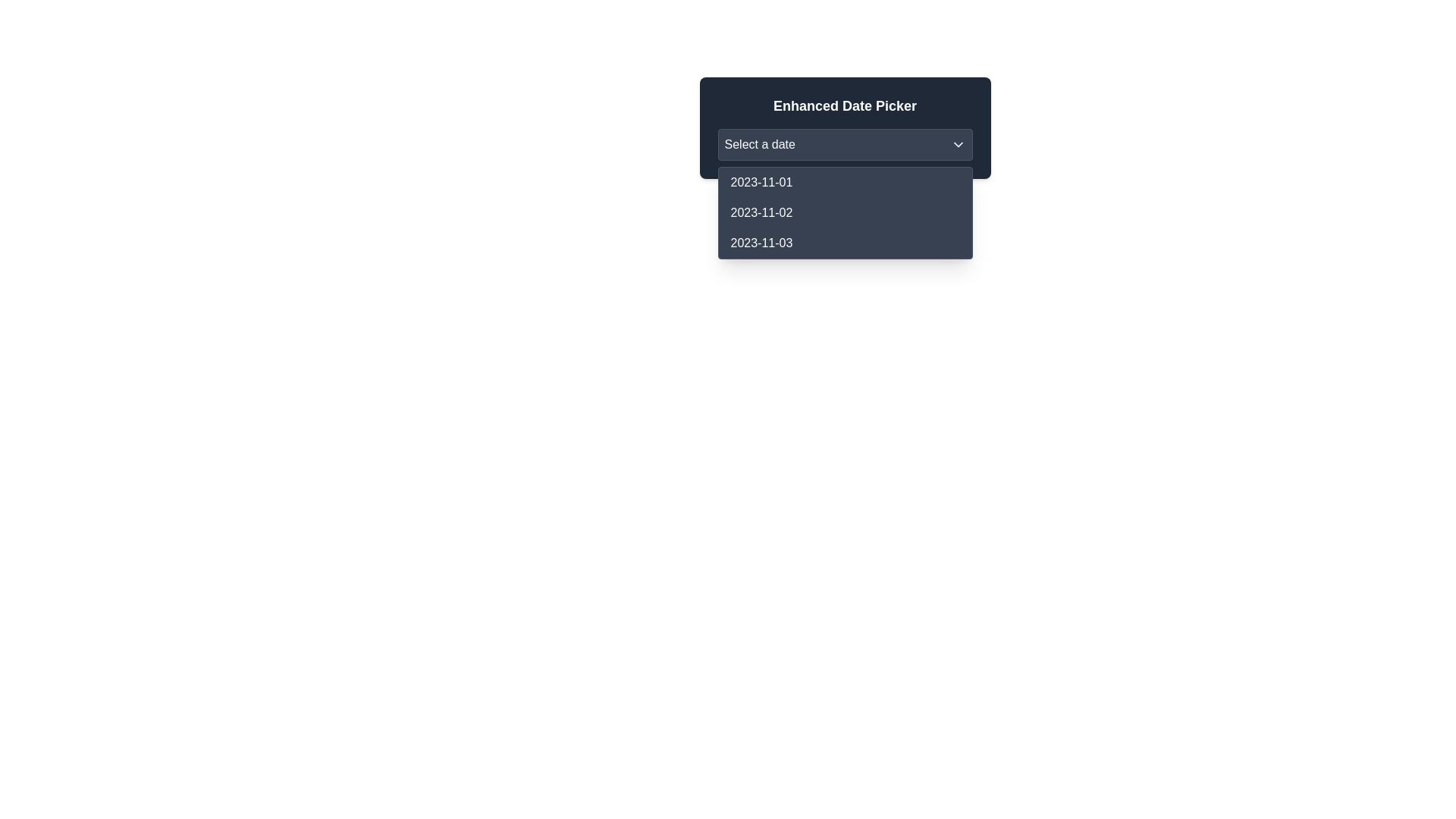  What do you see at coordinates (844, 181) in the screenshot?
I see `the dropdown menu button labeled '2023-11-01'` at bounding box center [844, 181].